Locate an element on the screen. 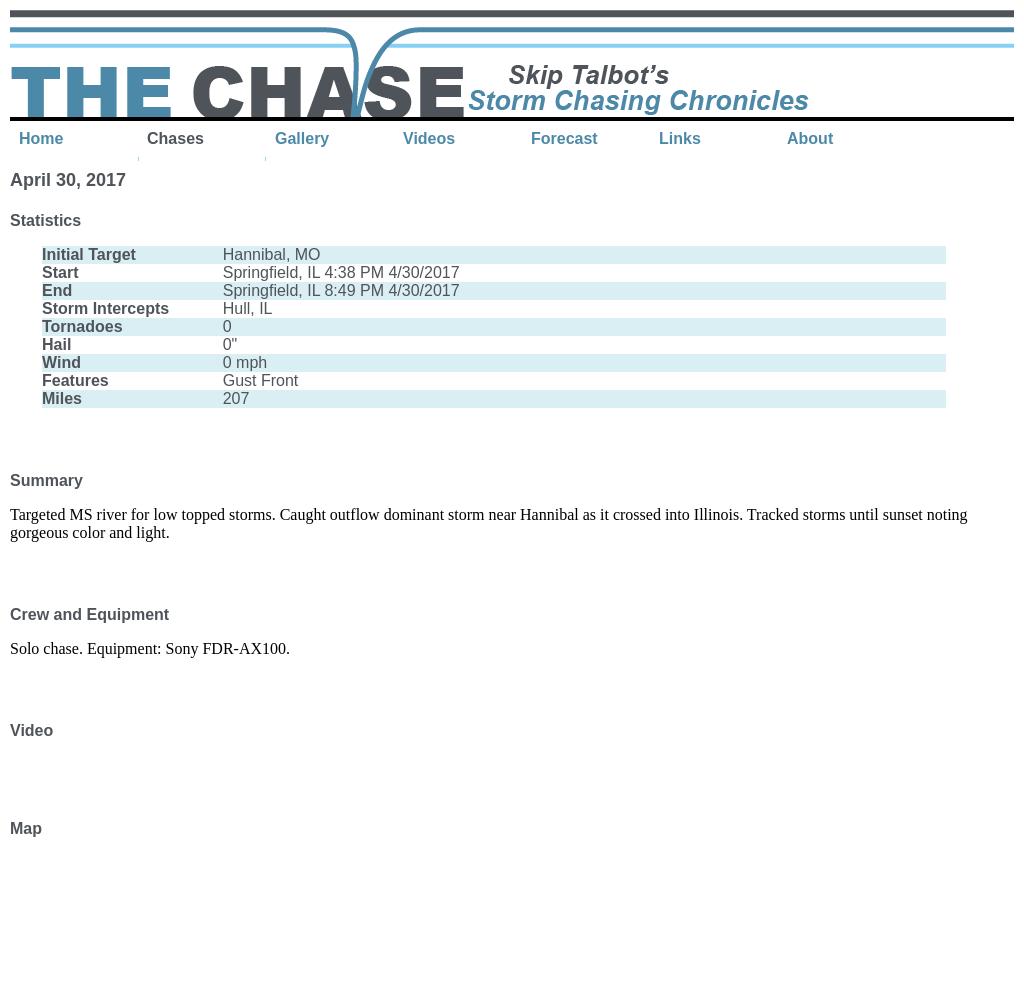 The width and height of the screenshot is (1024, 988). 'Hail' is located at coordinates (55, 344).